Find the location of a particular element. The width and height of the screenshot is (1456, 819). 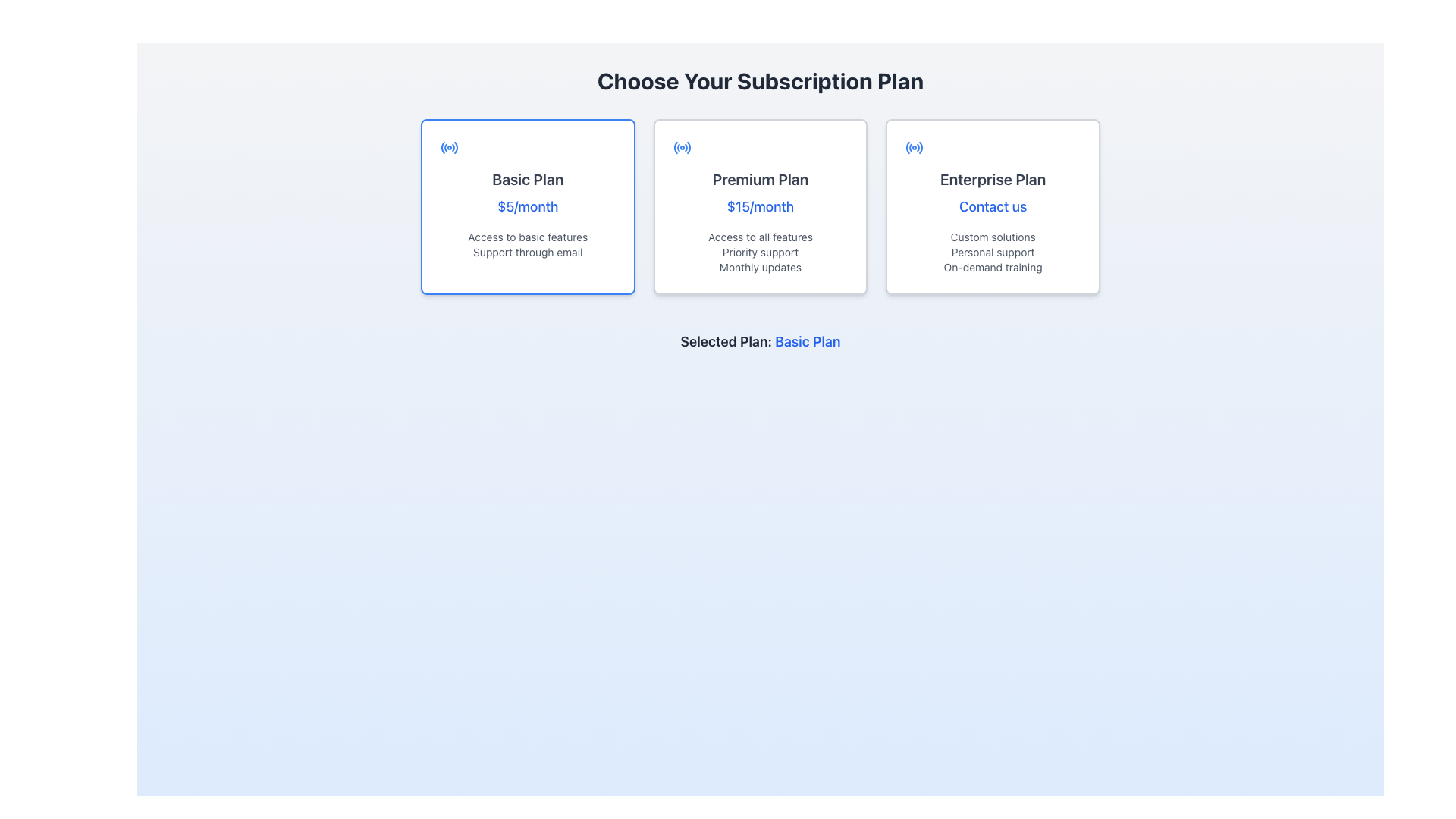

the innermost curve on the left side of the radio icon, which is part of a collection of SVG paths forming a graphic icon is located at coordinates (908, 148).